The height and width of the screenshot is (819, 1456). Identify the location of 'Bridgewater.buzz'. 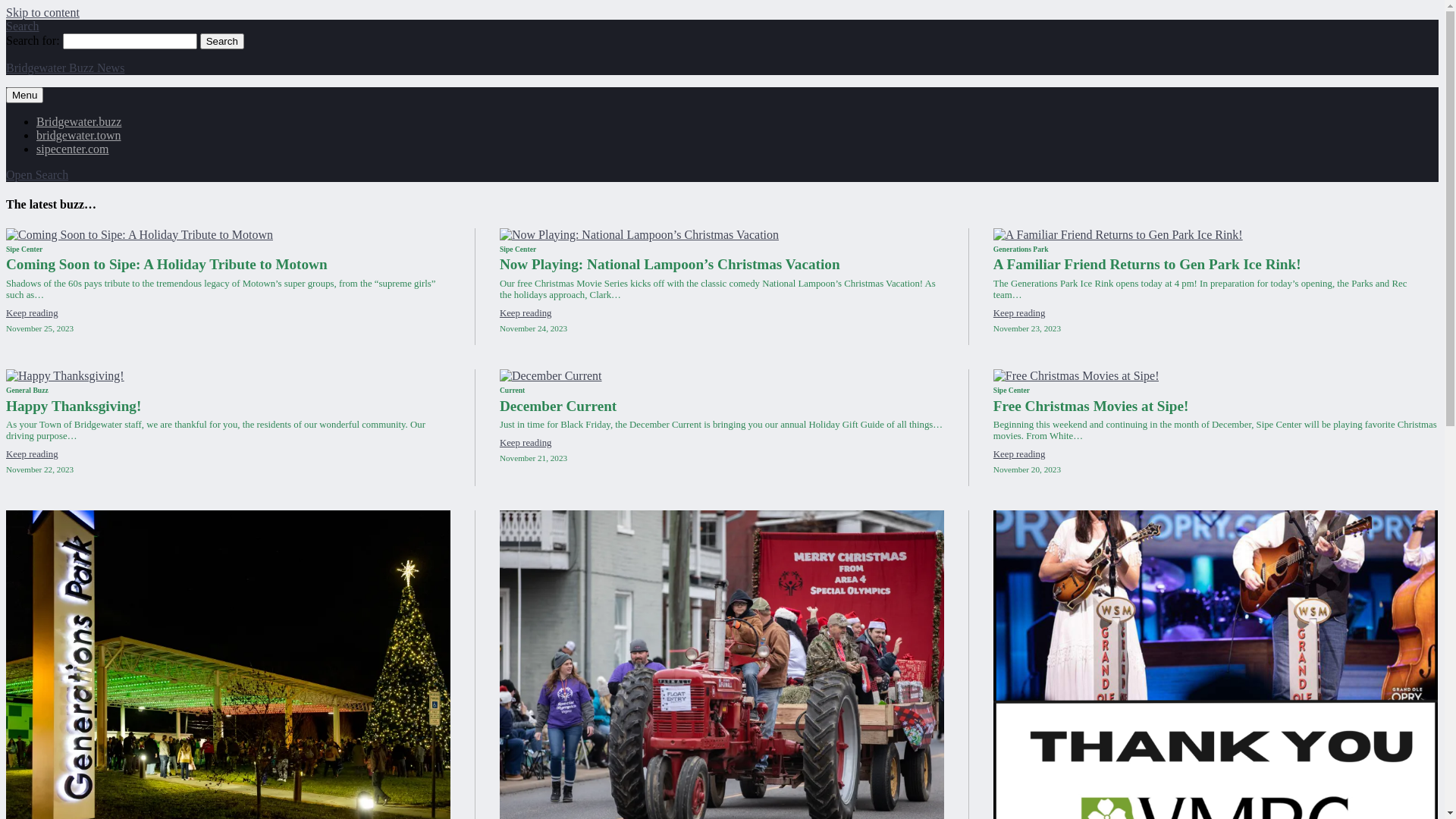
(78, 121).